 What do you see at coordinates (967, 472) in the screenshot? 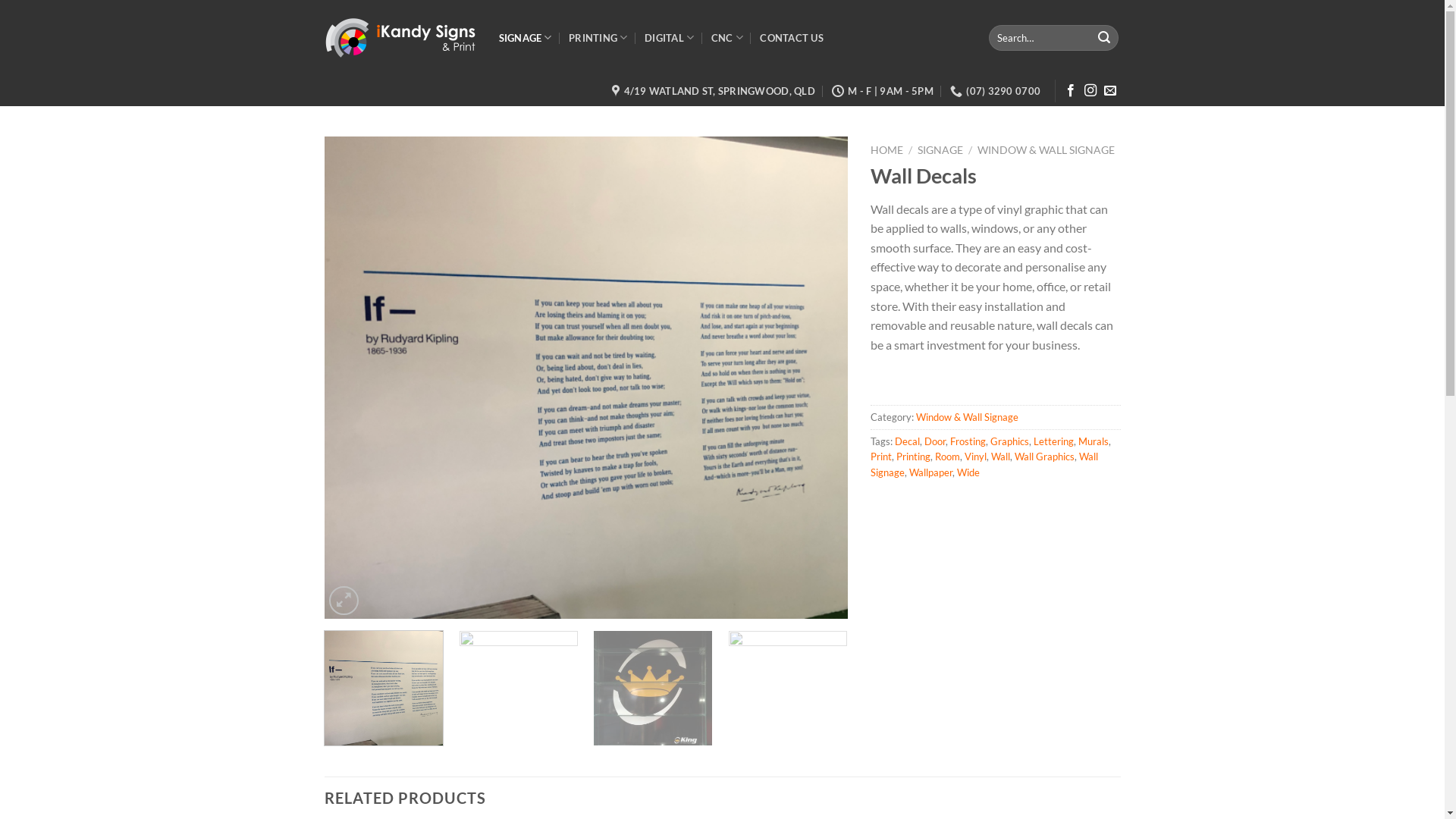
I see `'Wide'` at bounding box center [967, 472].